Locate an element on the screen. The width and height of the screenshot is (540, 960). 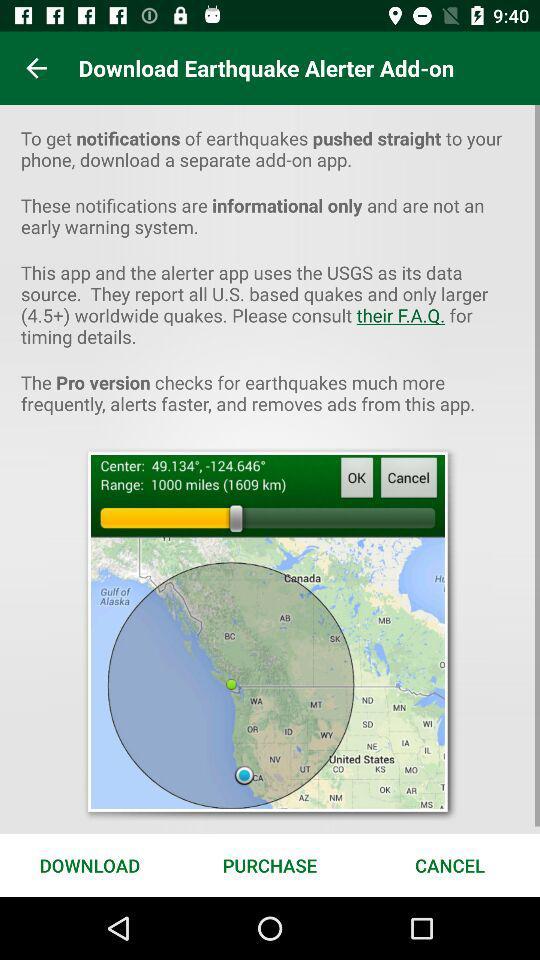
the item next to cancel item is located at coordinates (270, 864).